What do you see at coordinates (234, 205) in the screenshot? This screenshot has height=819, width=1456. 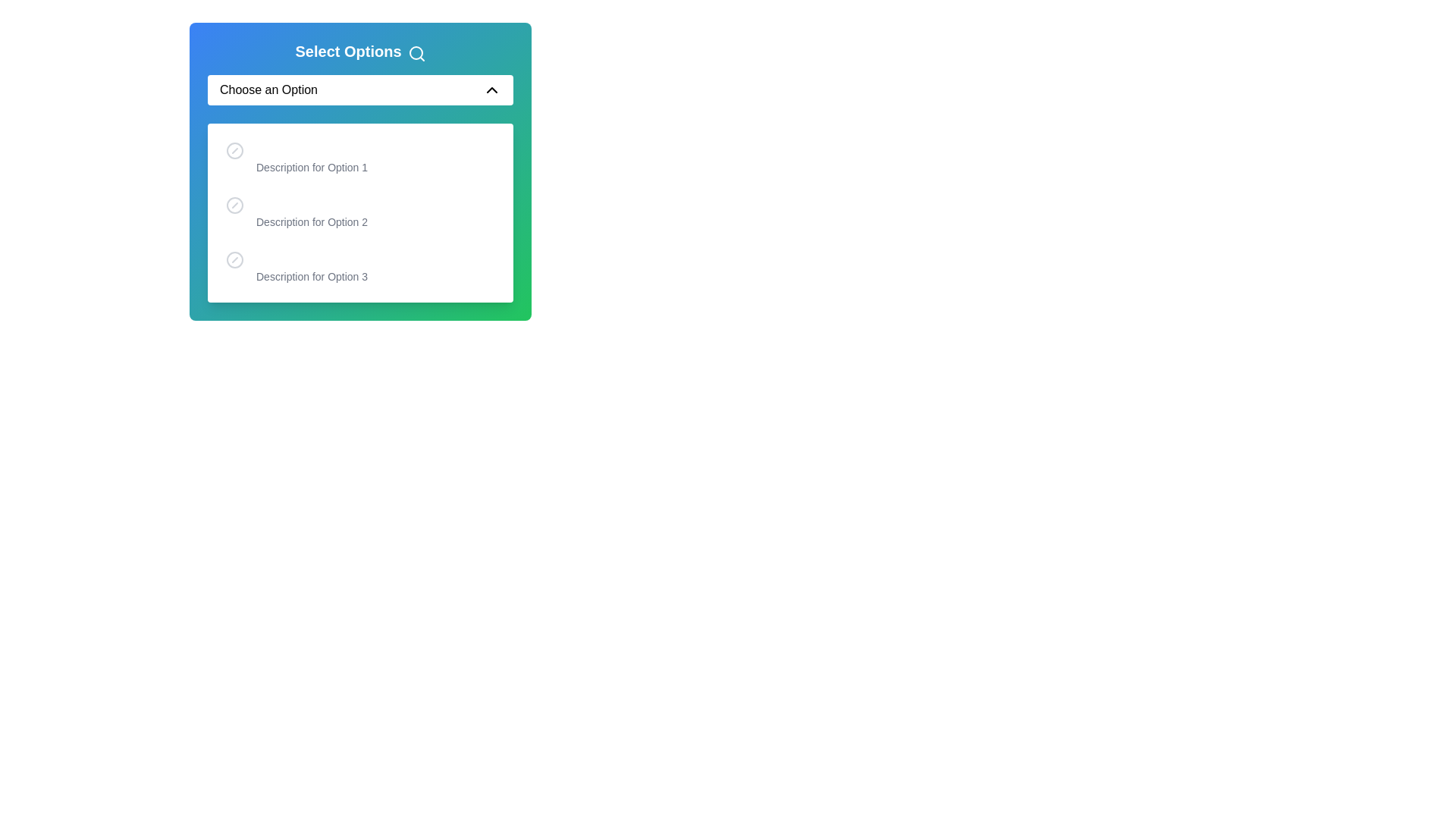 I see `the disabled or restricted state icon located to the left of the label 'Option 2' in the second option of the list` at bounding box center [234, 205].